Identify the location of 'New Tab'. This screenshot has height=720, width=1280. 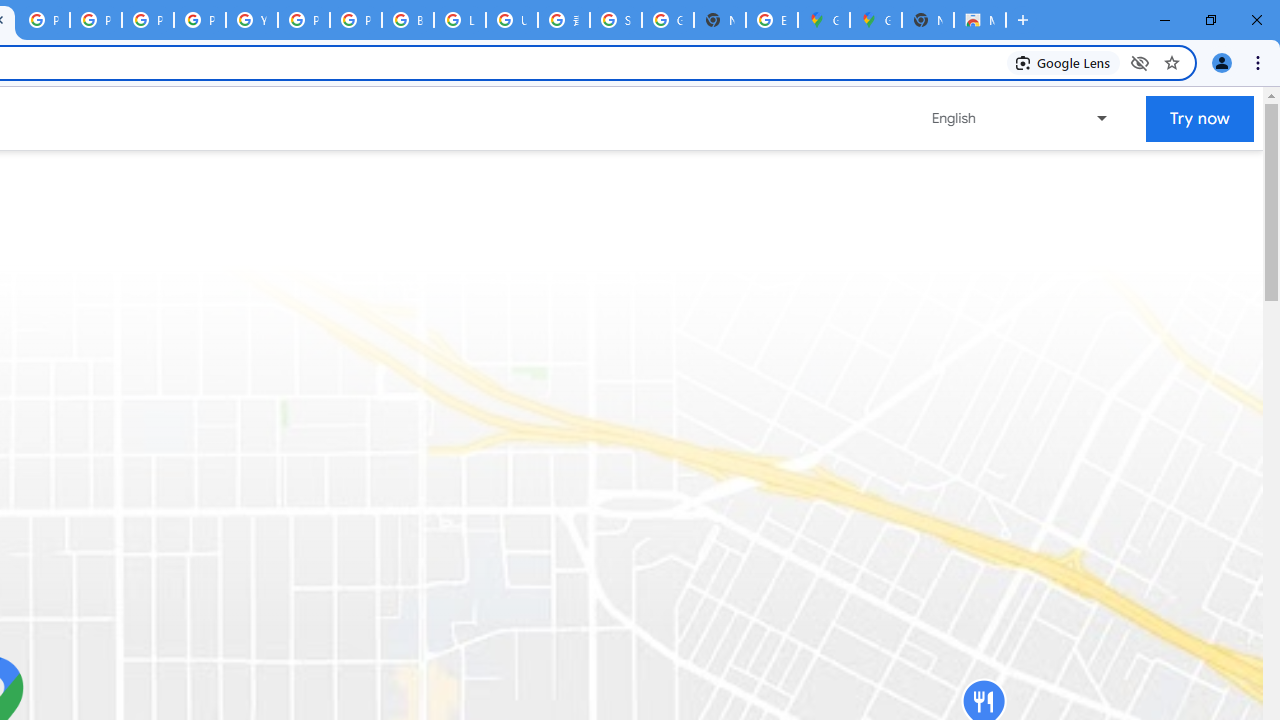
(927, 20).